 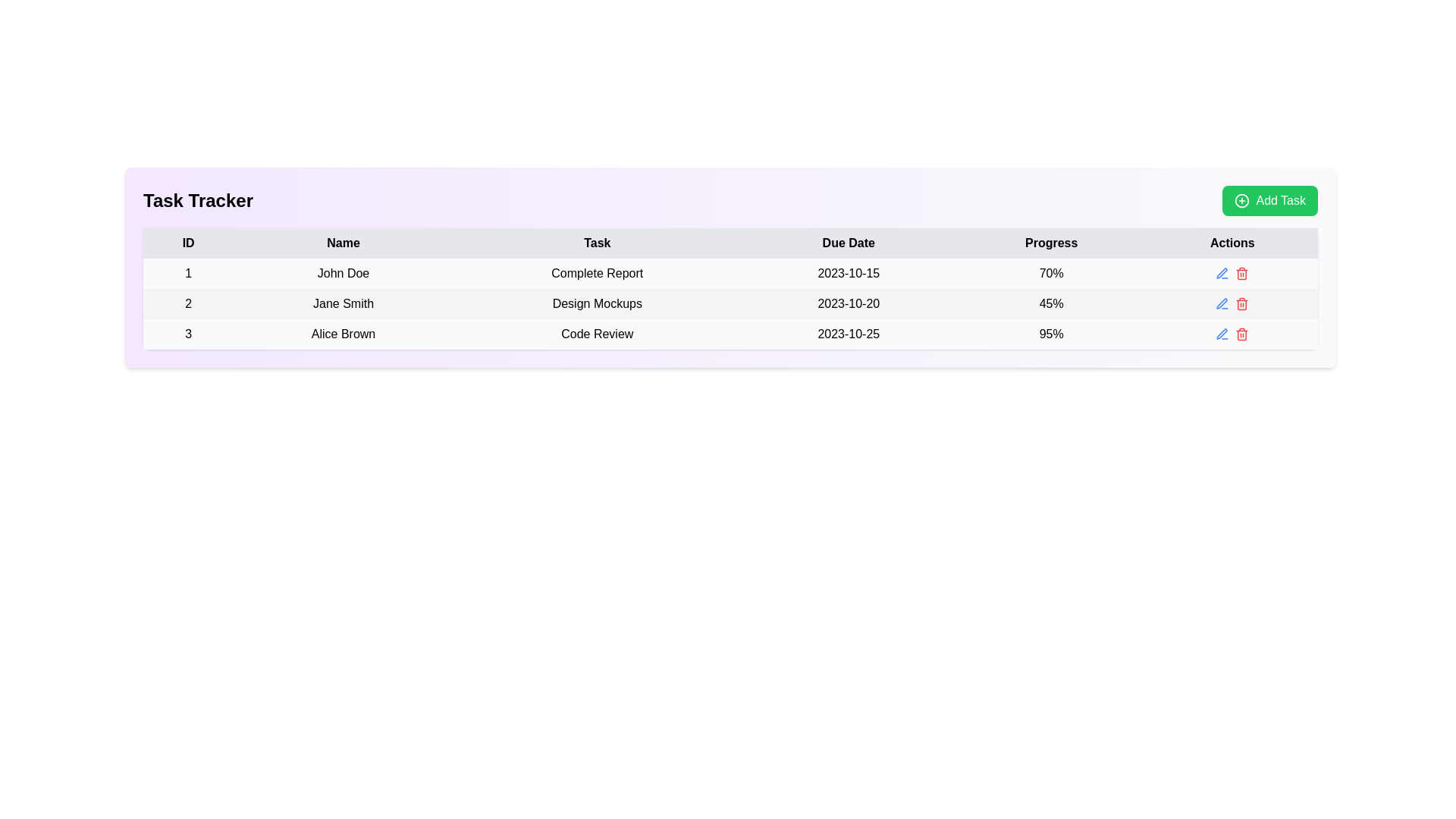 What do you see at coordinates (730, 274) in the screenshot?
I see `the first row of the task table to perform batch actions` at bounding box center [730, 274].